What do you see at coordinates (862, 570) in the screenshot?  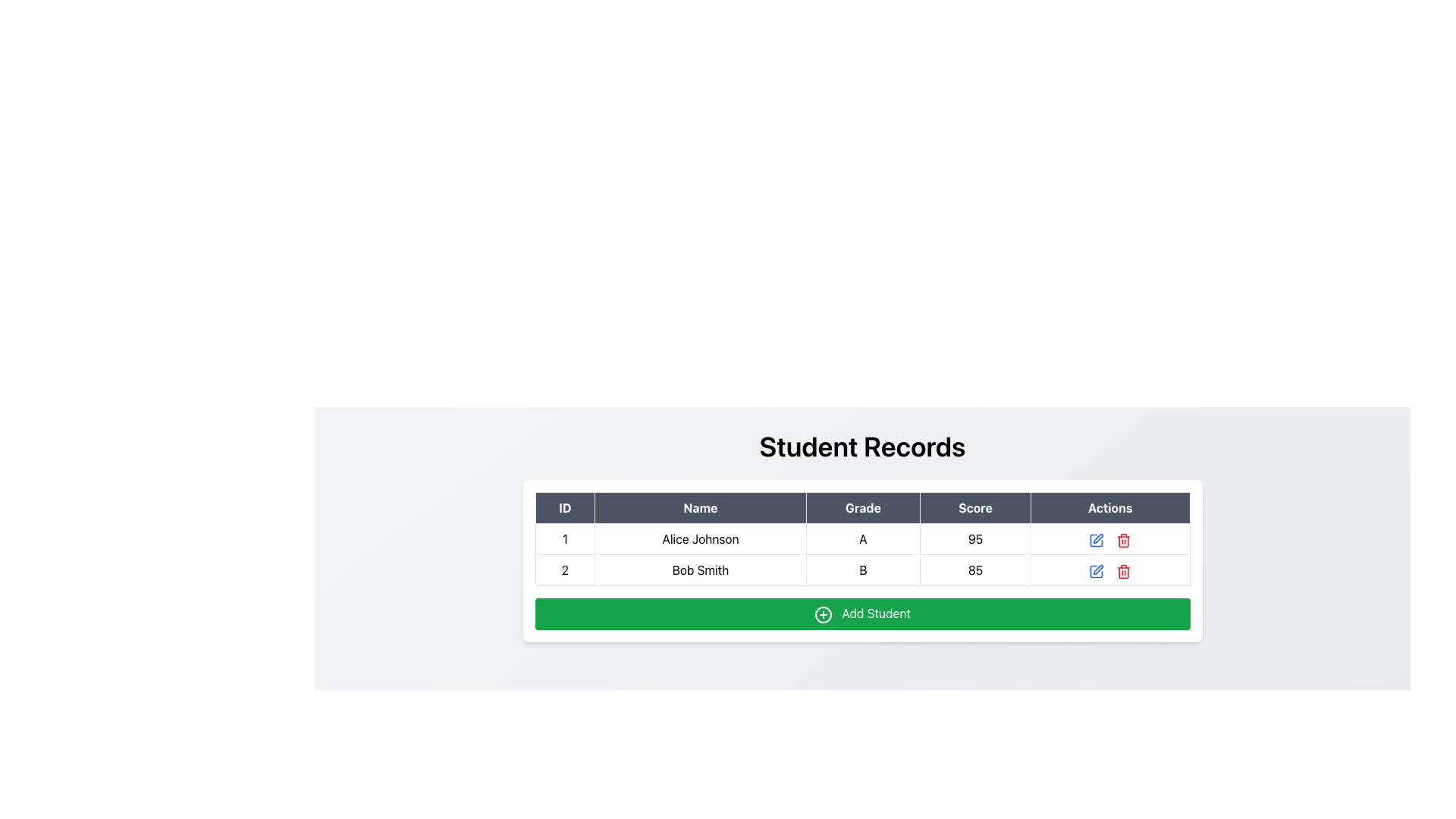 I see `the Table Cell displaying the grade for the student named Bob Smith, located in the second row of the table in the Grade column` at bounding box center [862, 570].